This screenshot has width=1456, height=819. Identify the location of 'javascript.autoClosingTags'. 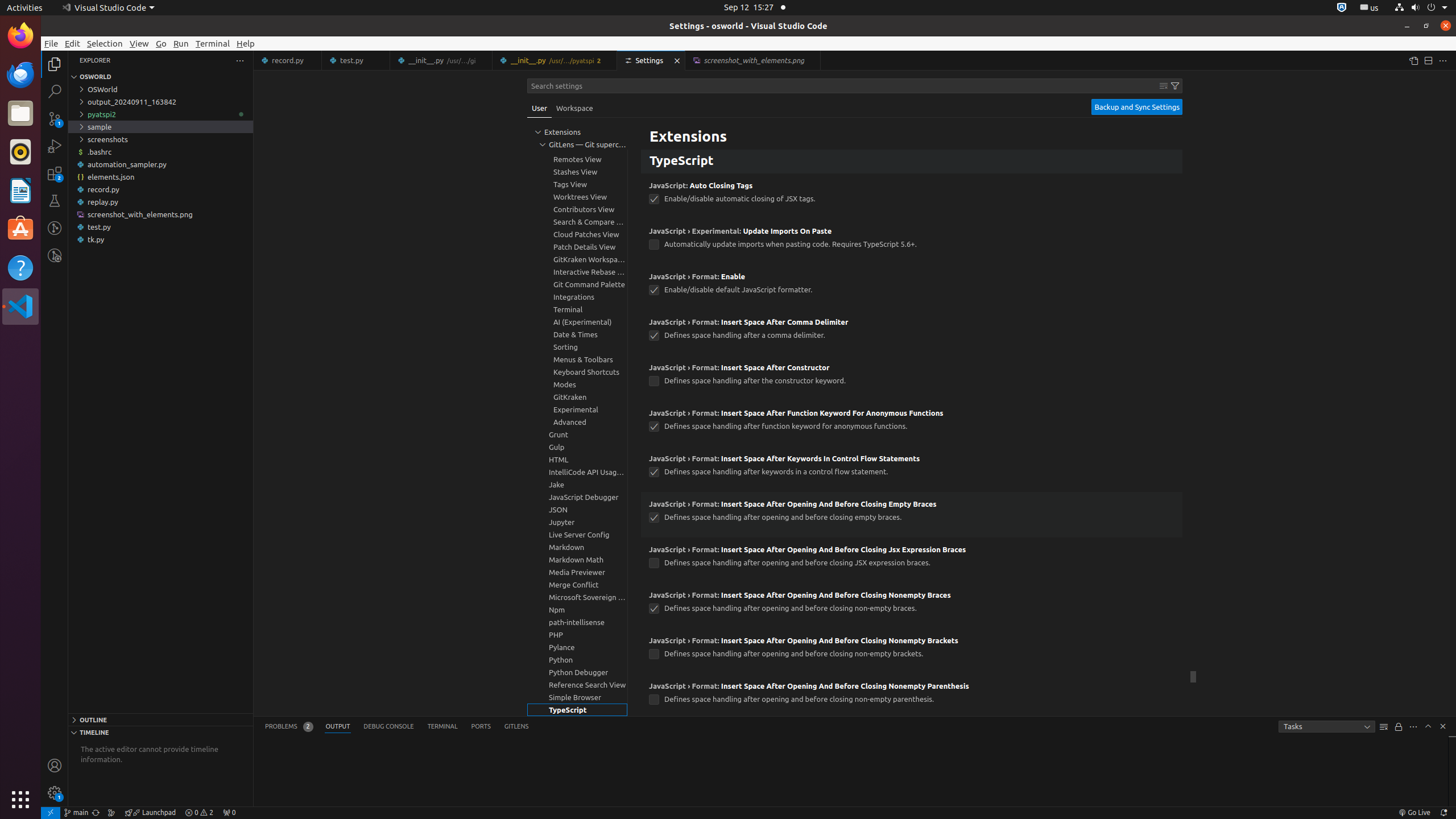
(653, 198).